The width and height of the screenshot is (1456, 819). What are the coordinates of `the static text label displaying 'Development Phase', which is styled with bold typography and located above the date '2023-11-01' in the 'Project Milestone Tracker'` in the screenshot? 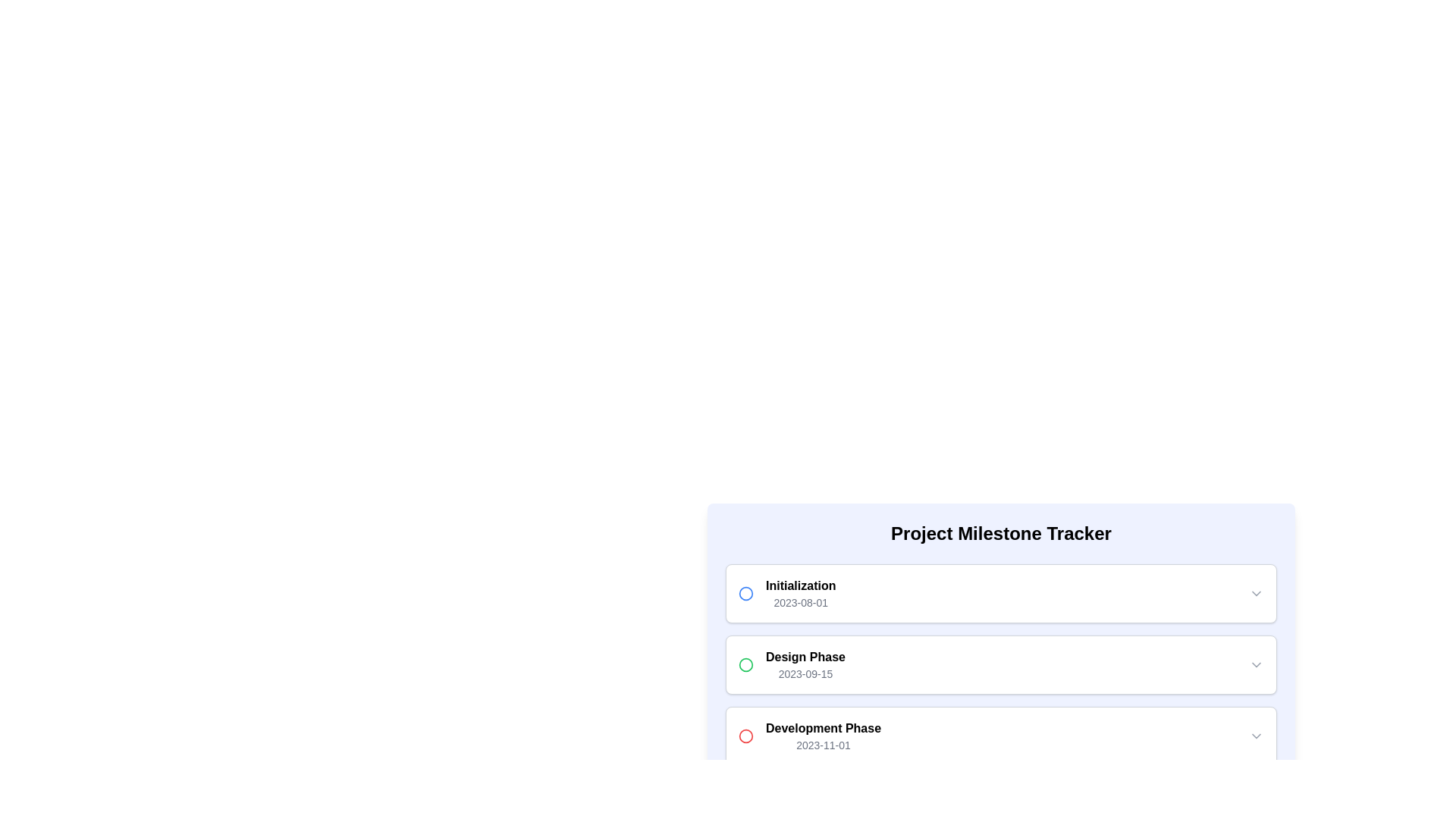 It's located at (822, 727).